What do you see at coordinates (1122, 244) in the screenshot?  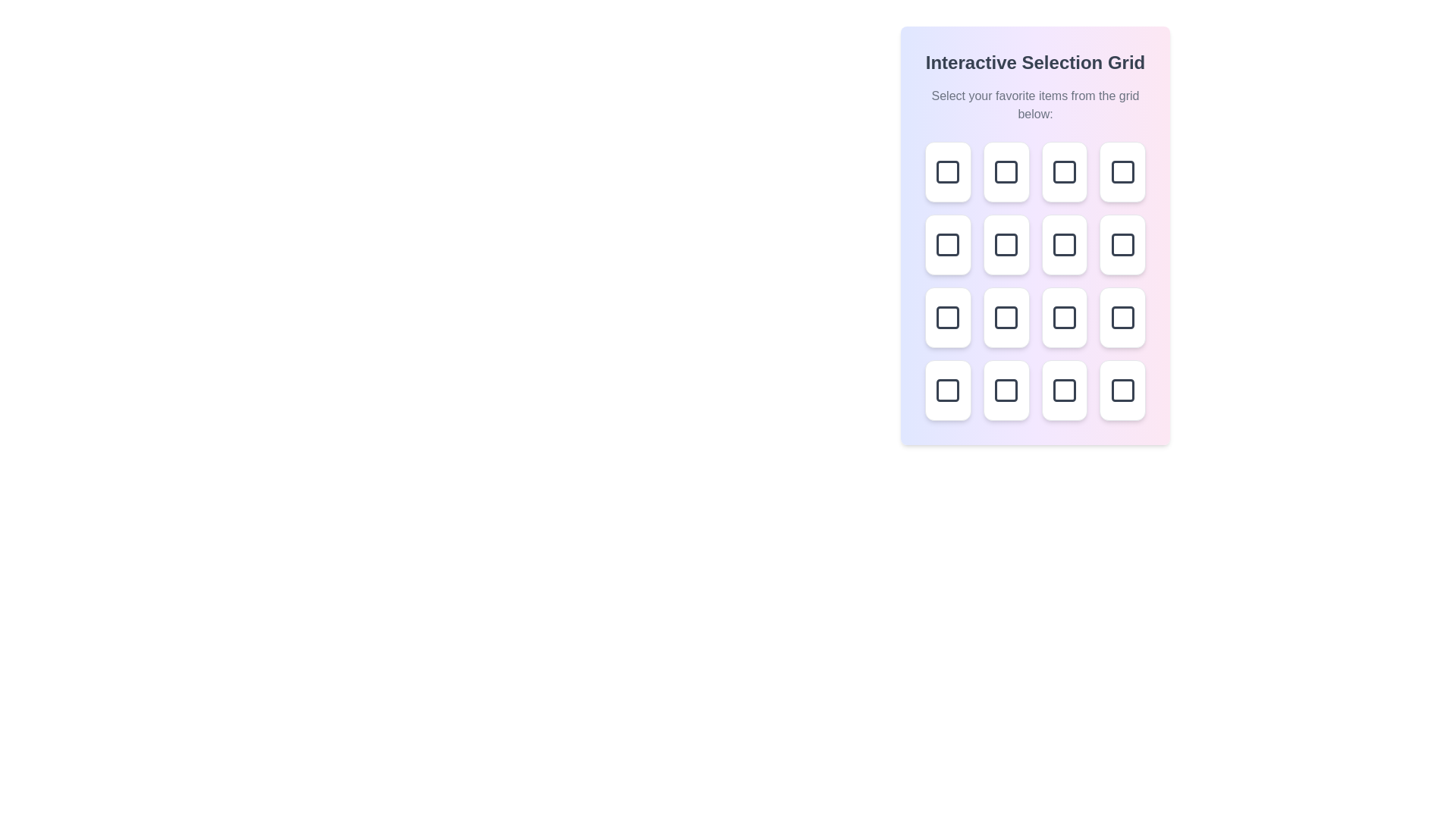 I see `the clickable grid cell located in the third column and third row of a grid layout, which has a square shape with a prominent border and an empty interior` at bounding box center [1122, 244].